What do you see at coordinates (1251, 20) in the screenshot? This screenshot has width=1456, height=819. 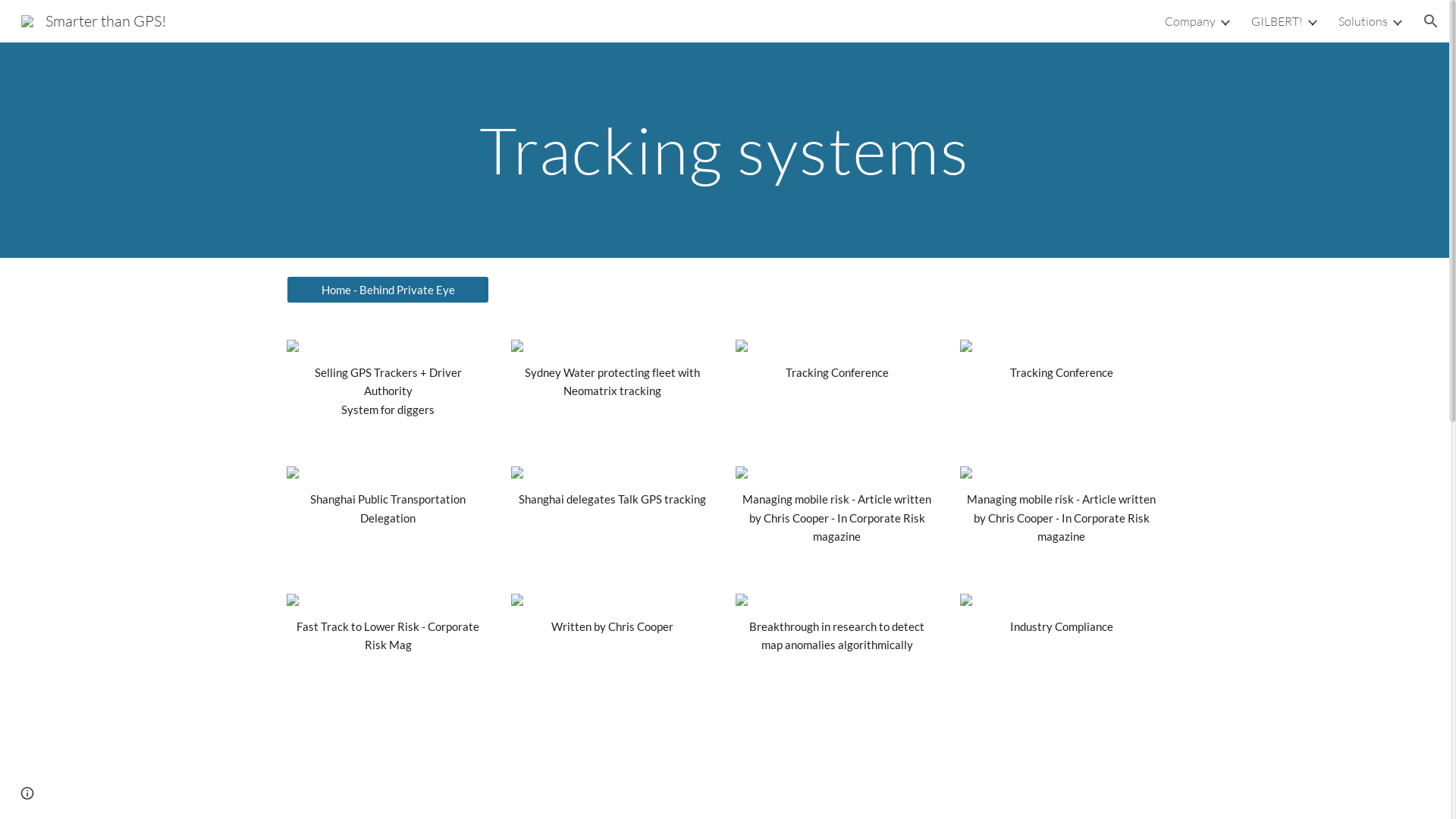 I see `'GILBERT!'` at bounding box center [1251, 20].